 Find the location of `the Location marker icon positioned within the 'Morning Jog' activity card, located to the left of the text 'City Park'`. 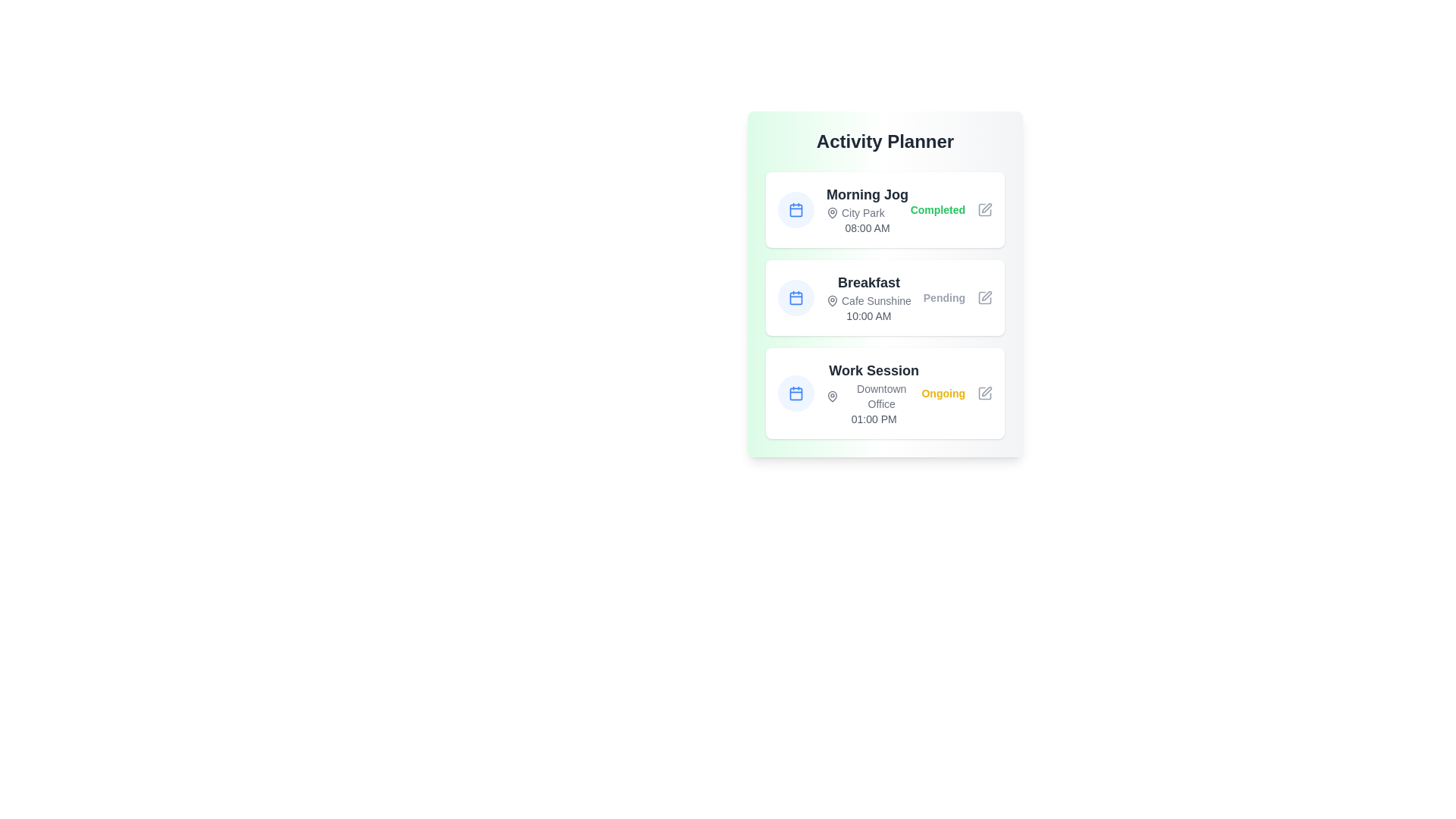

the Location marker icon positioned within the 'Morning Jog' activity card, located to the left of the text 'City Park' is located at coordinates (832, 212).